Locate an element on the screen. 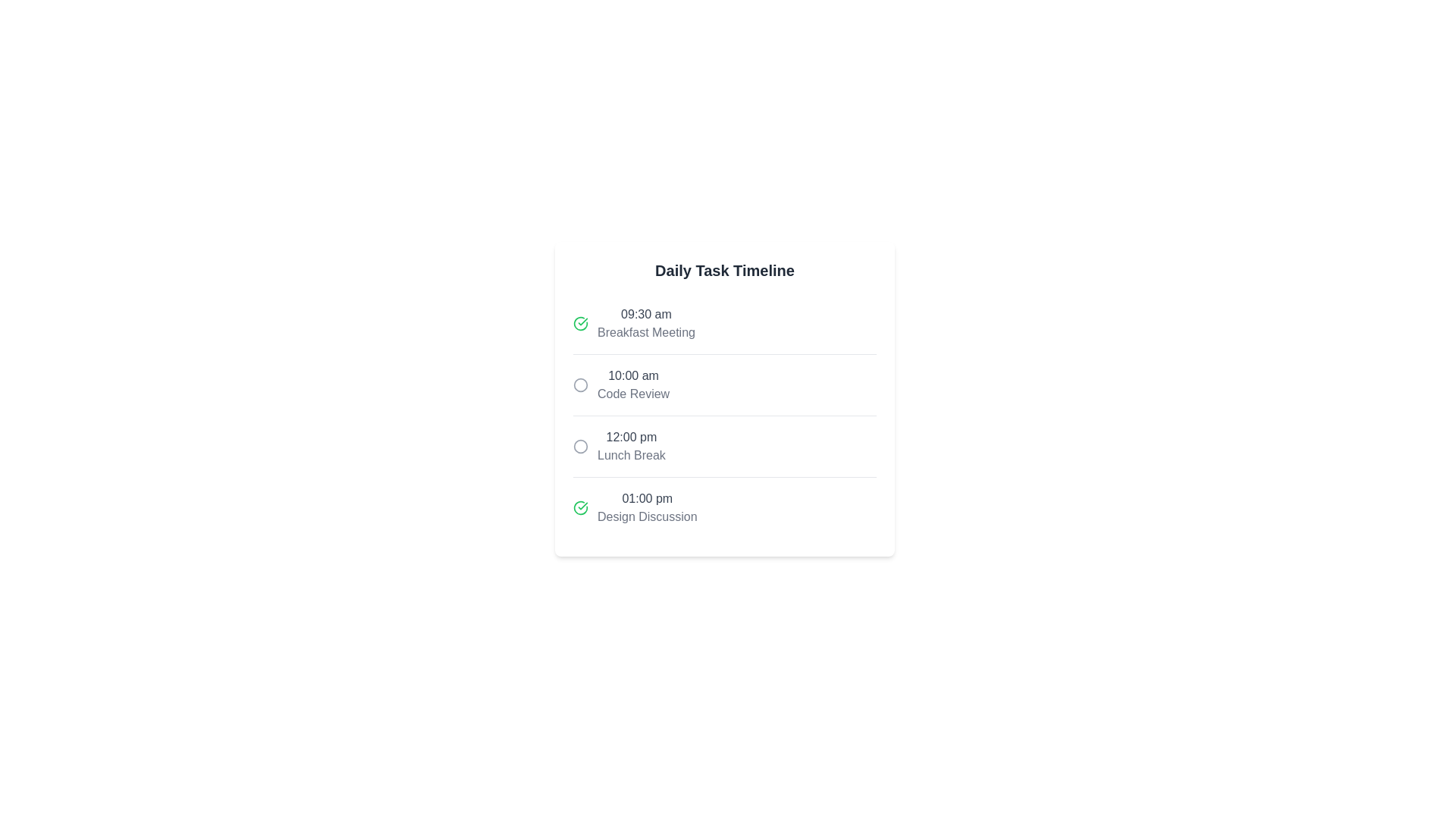 This screenshot has width=1456, height=819. the text label displaying the scheduled time '10:00 am Code Review' in the task timeline is located at coordinates (633, 375).